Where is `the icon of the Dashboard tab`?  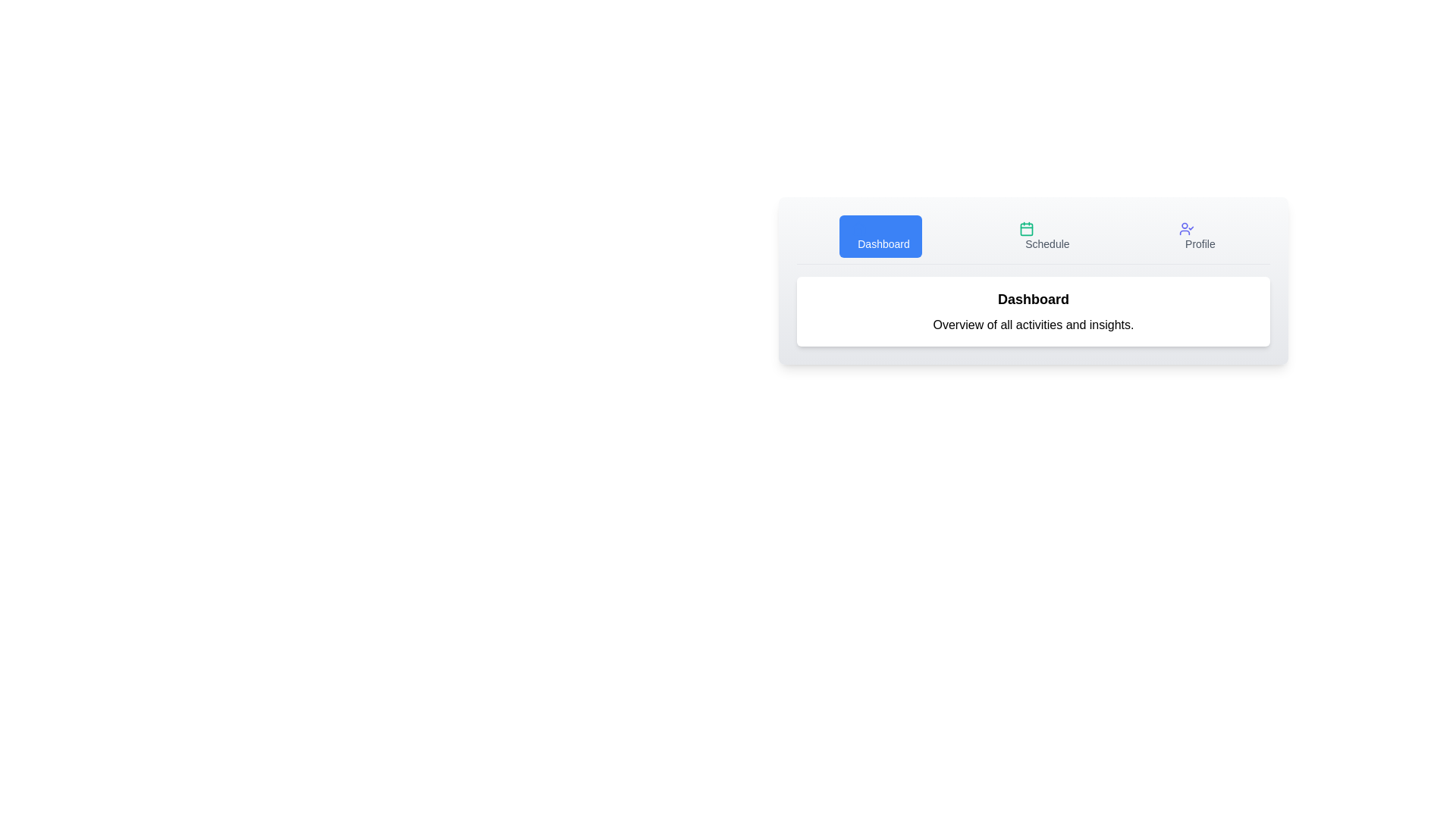
the icon of the Dashboard tab is located at coordinates (859, 228).